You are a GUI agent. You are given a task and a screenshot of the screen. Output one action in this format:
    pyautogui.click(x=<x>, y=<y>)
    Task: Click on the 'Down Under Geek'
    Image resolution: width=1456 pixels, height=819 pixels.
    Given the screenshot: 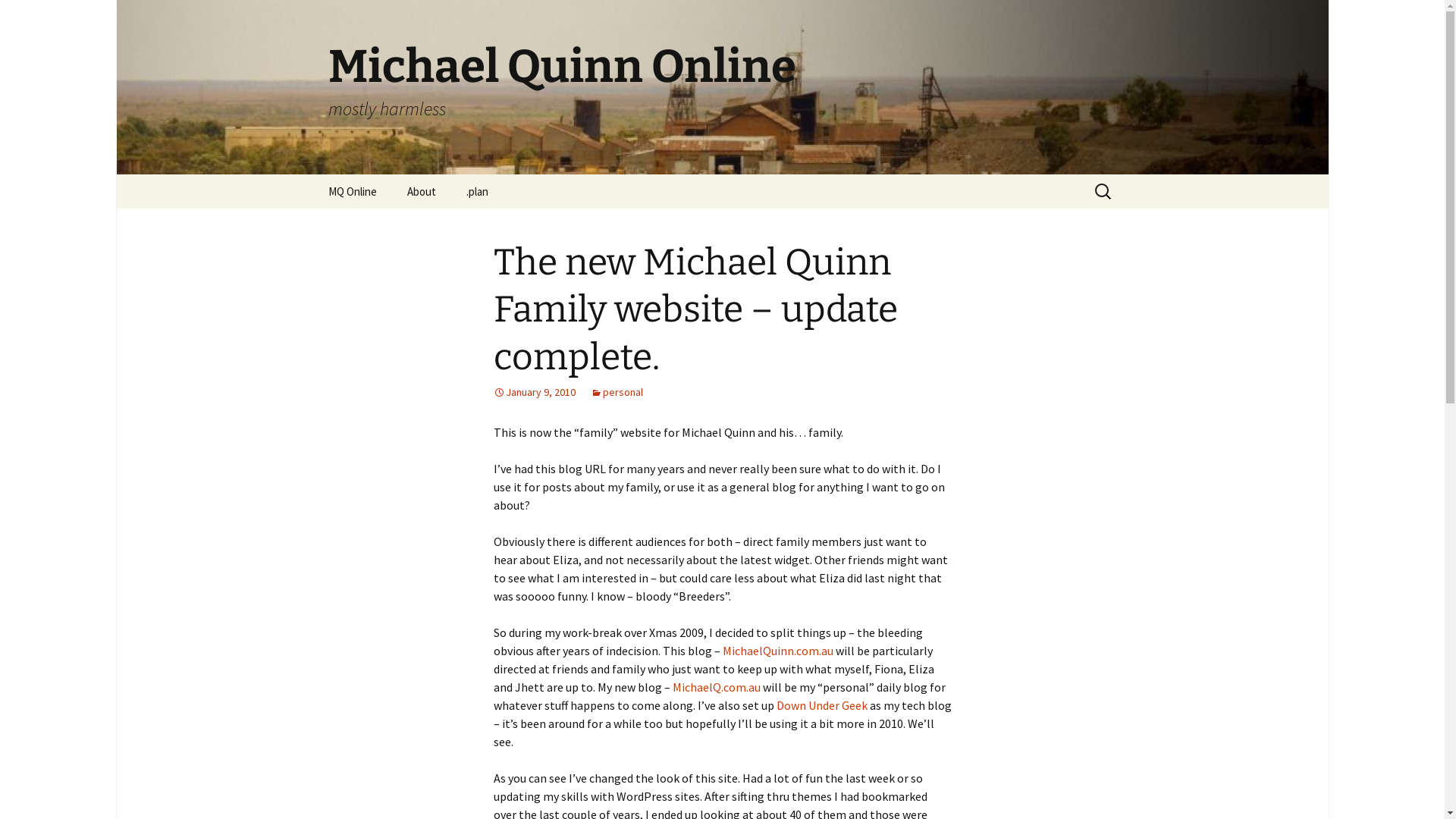 What is the action you would take?
    pyautogui.click(x=821, y=704)
    